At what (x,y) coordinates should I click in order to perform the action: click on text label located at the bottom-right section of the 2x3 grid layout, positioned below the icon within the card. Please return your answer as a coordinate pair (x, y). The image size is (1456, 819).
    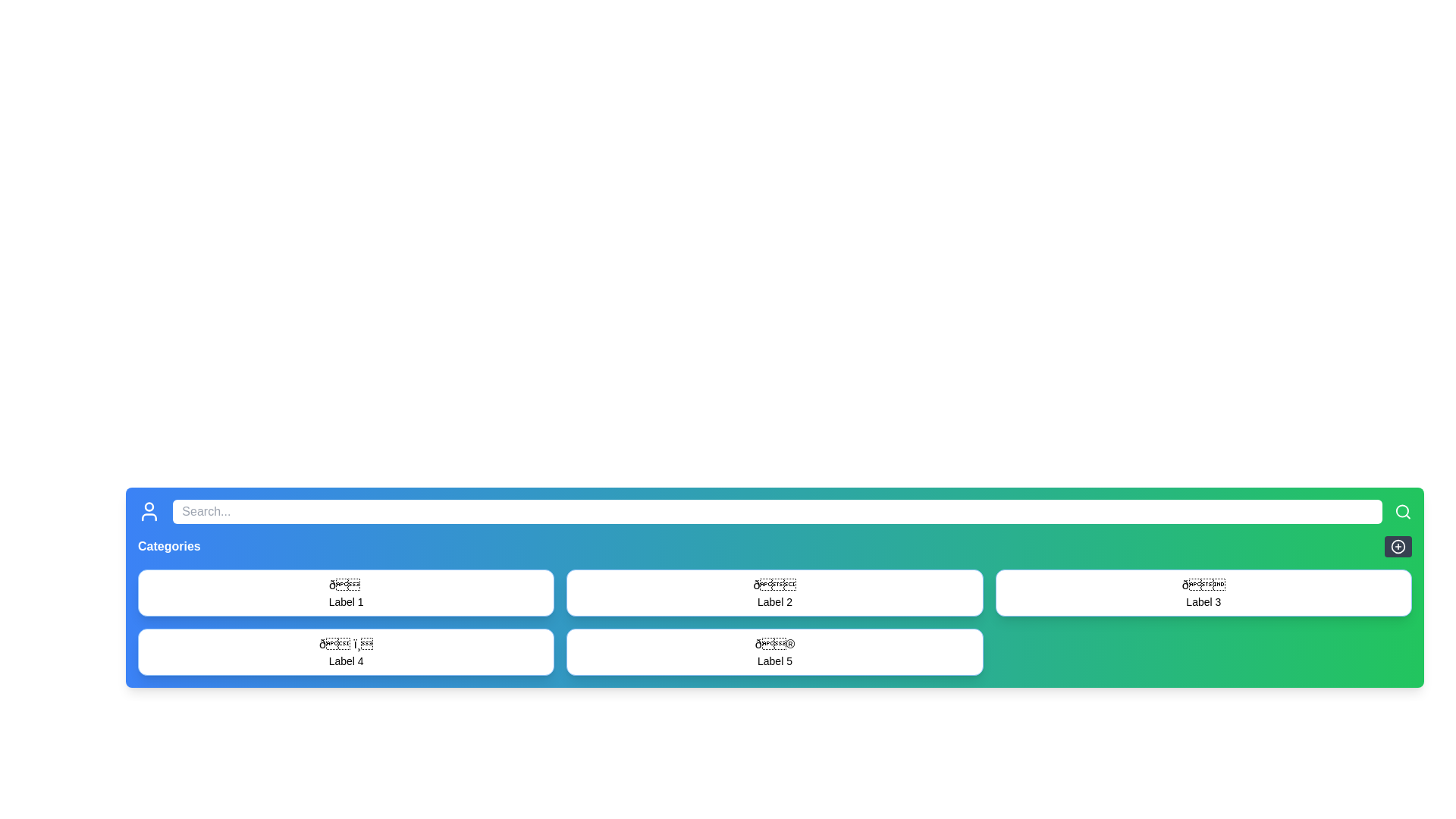
    Looking at the image, I should click on (1203, 601).